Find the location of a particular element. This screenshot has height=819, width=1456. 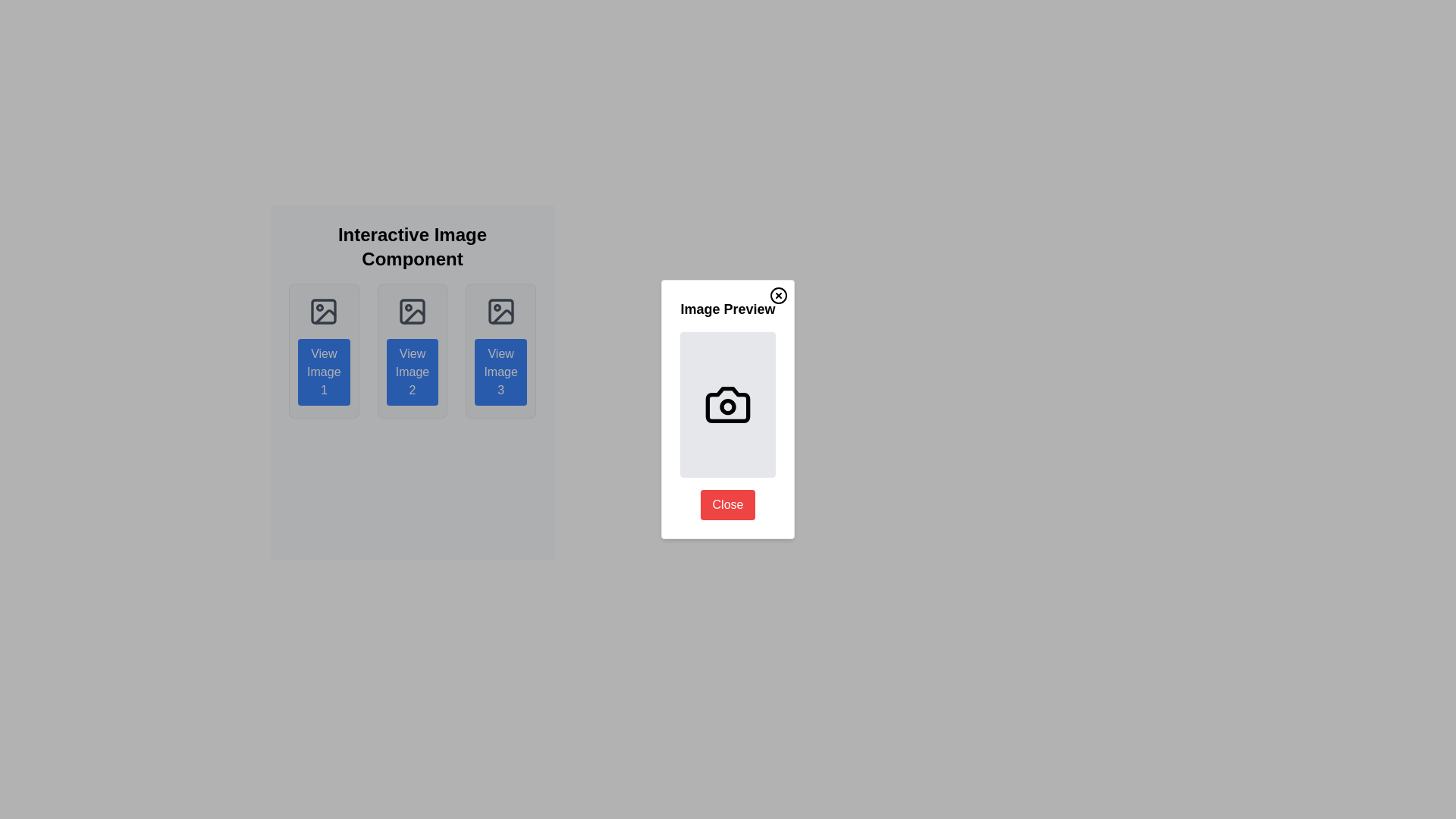

the rightmost button below the image icon in the 'Interactive Image Component' section is located at coordinates (500, 372).